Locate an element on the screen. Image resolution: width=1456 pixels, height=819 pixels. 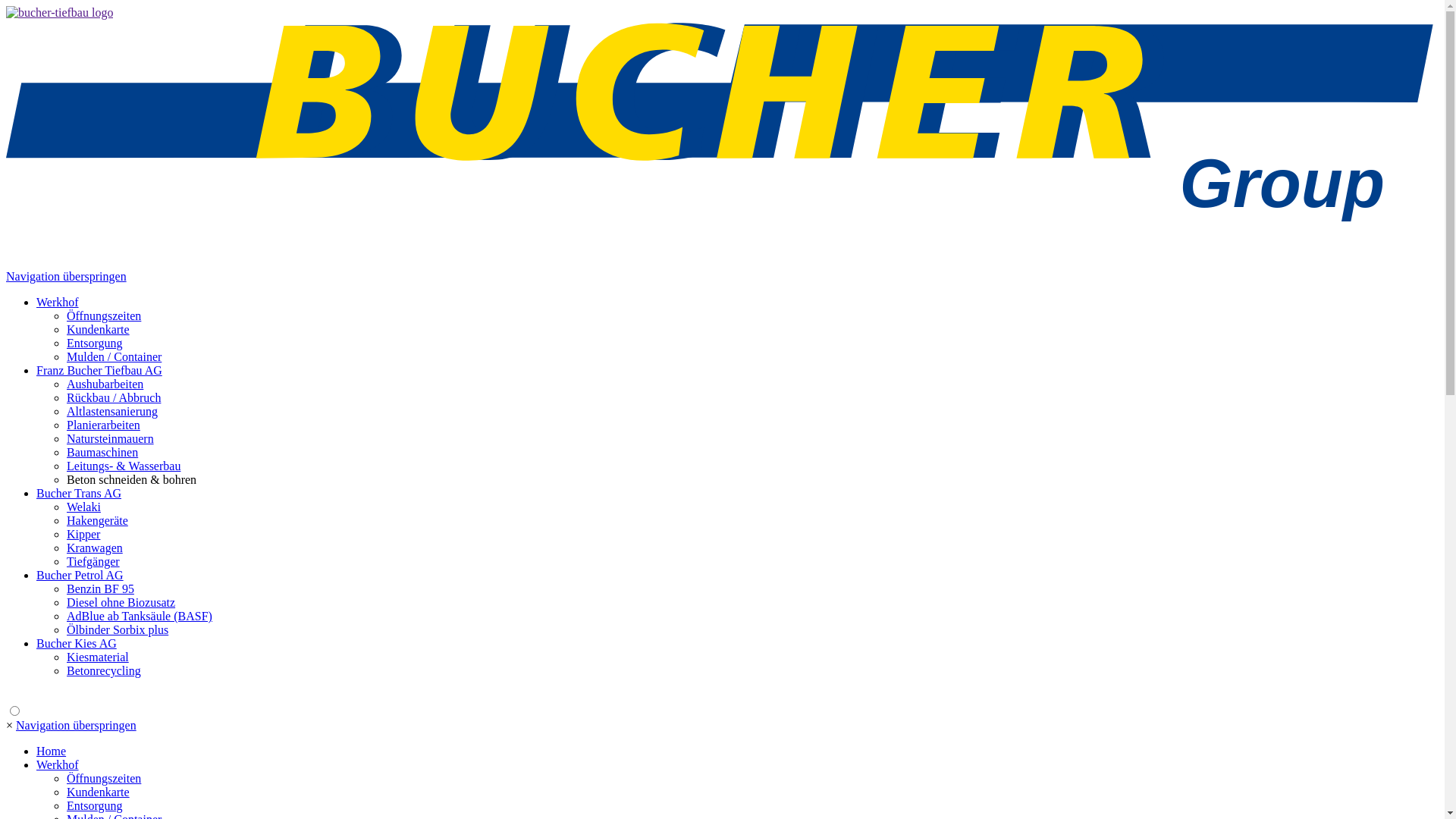
'Franz Bucher Tiefbau AG' is located at coordinates (98, 370).